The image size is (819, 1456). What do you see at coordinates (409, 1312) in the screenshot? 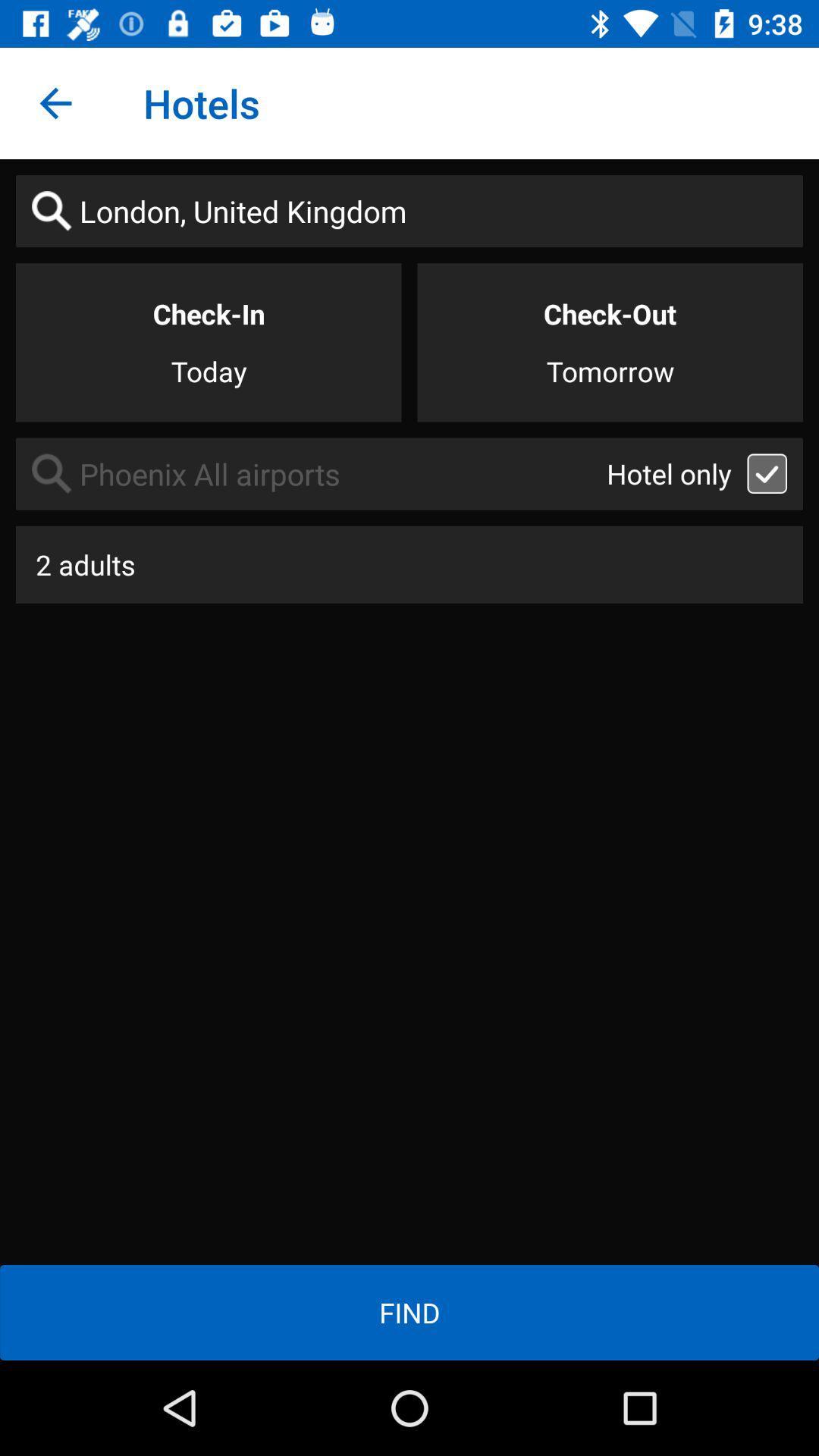
I see `the find` at bounding box center [409, 1312].